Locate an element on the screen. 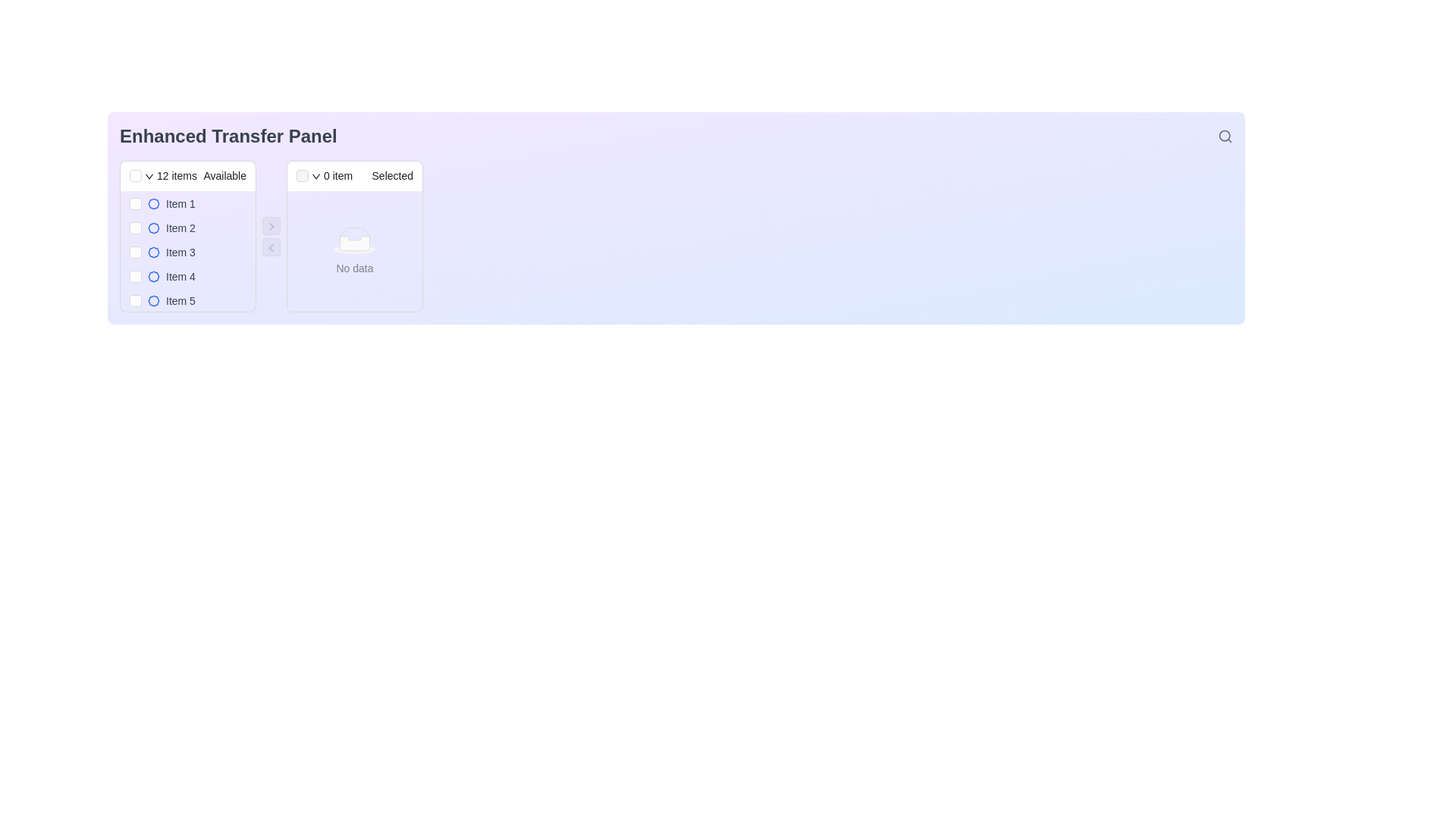 The image size is (1456, 819). the selection indicator associated with the third item in the 'Available' list, which is labeled as 'Item 3' is located at coordinates (180, 251).